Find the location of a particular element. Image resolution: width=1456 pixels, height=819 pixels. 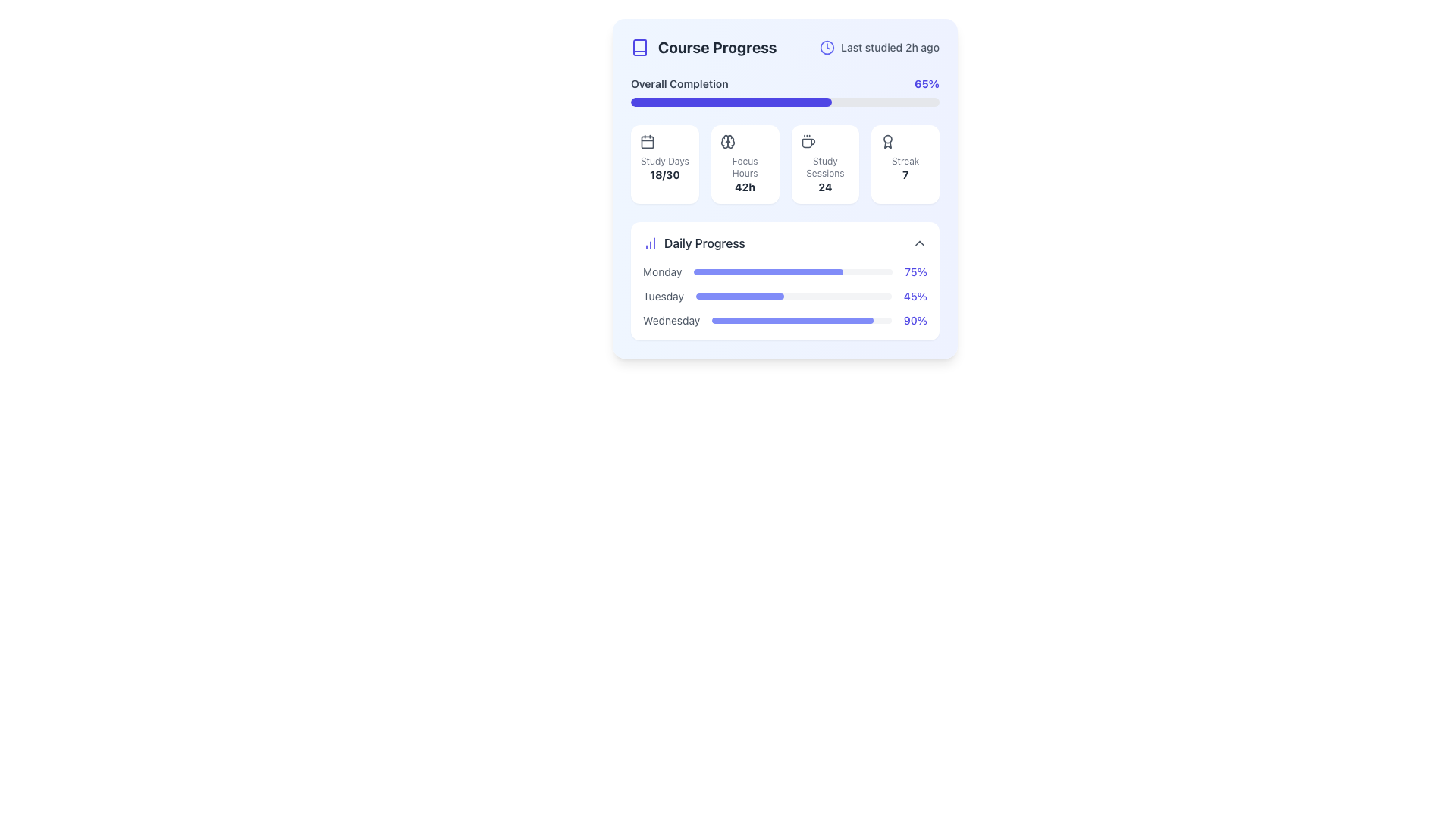

the heading with an icon that indicates the 'Course Progress' section is located at coordinates (702, 46).